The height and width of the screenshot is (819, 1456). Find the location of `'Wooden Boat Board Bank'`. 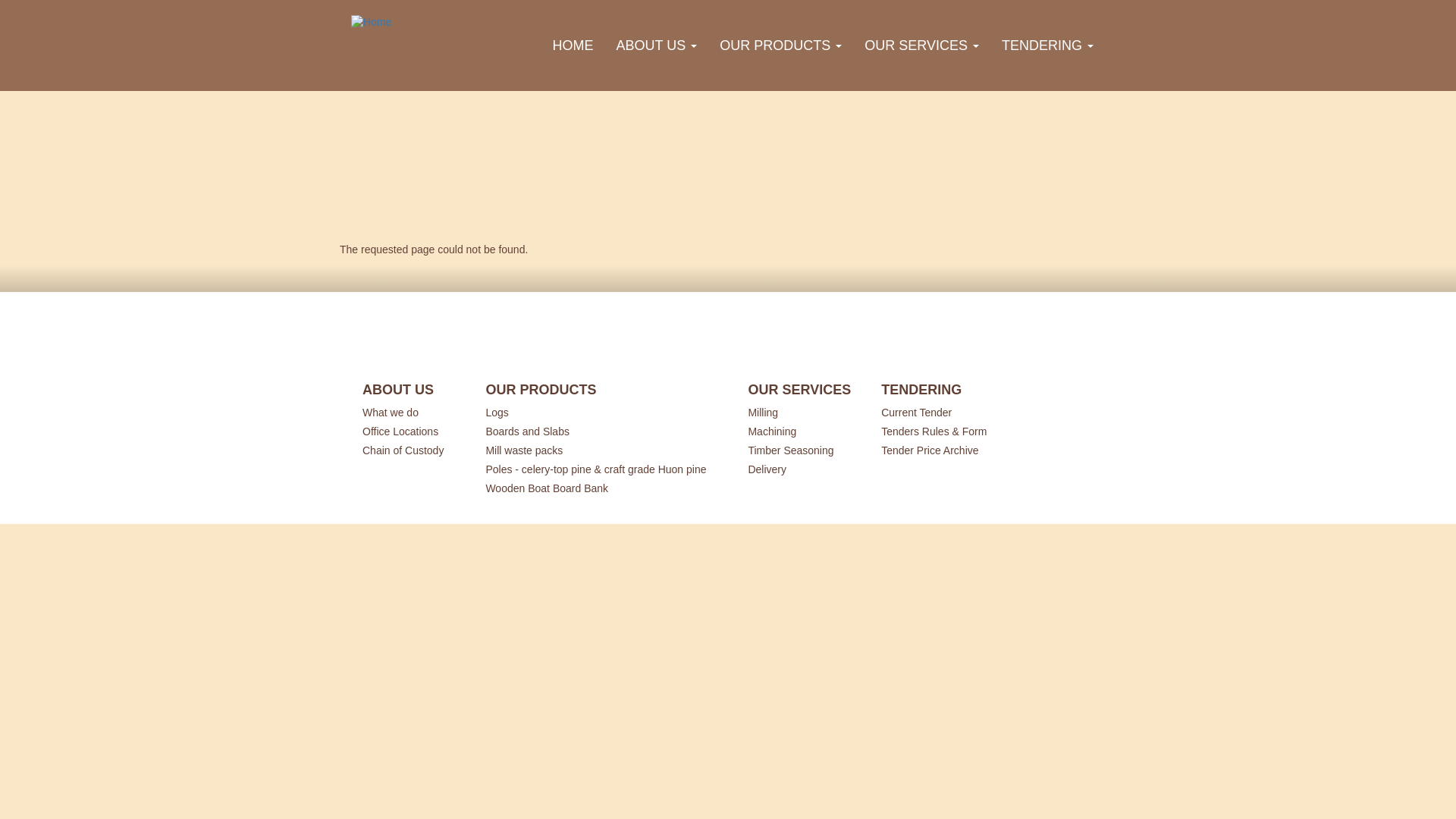

'Wooden Boat Board Bank' is located at coordinates (484, 487).